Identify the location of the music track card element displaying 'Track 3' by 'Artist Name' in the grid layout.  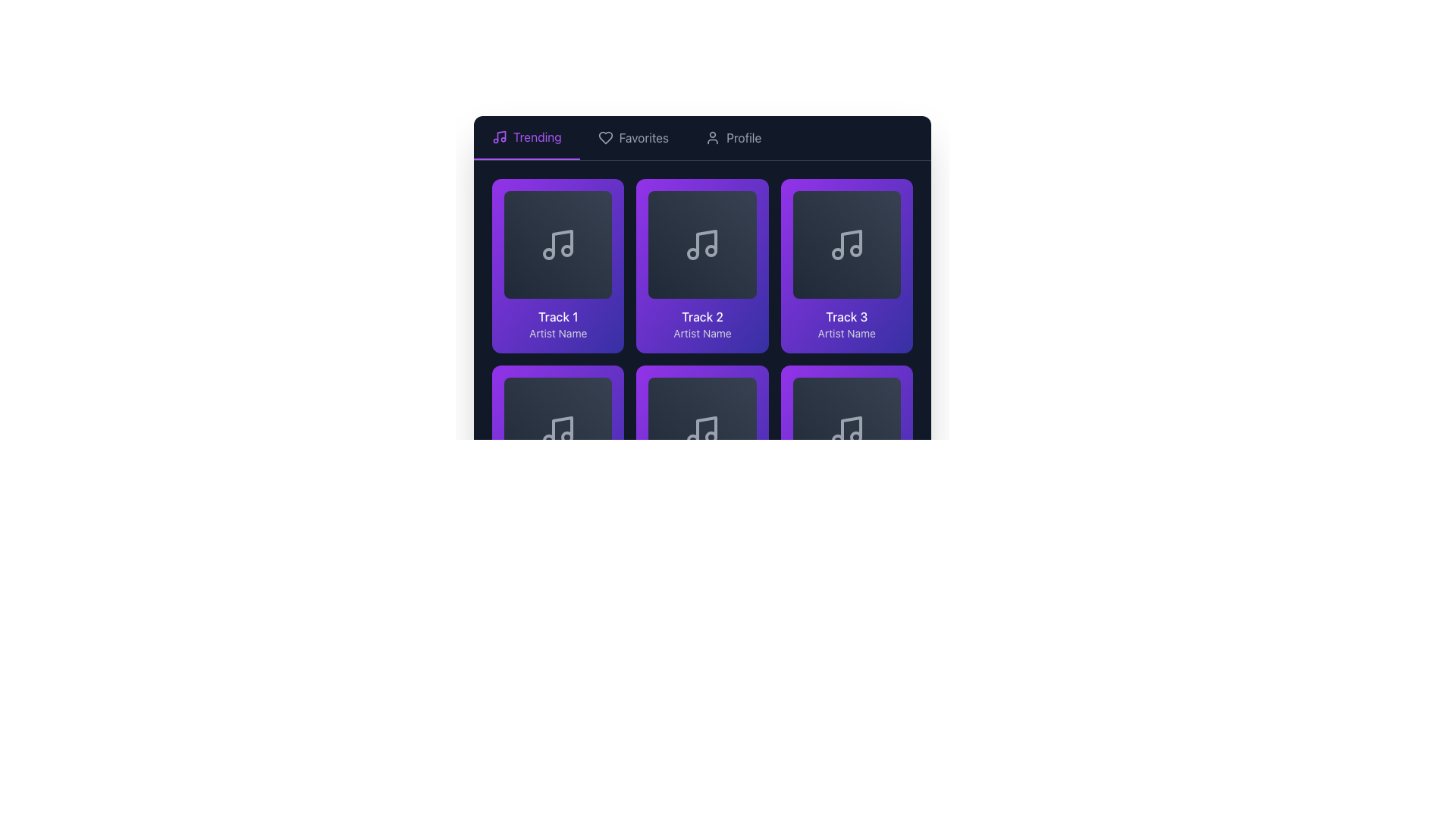
(846, 265).